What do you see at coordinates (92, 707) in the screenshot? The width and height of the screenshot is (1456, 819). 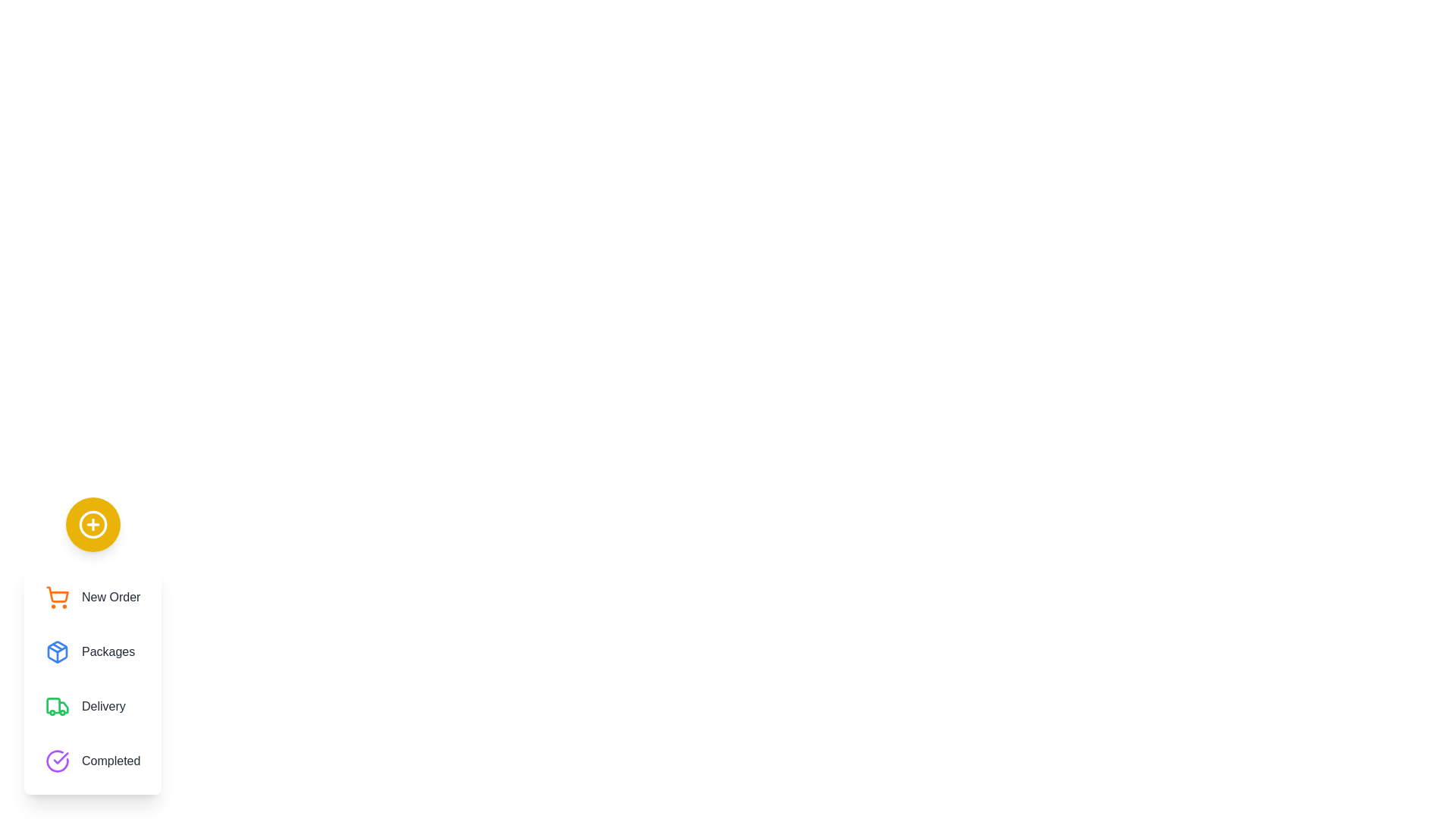 I see `the menu option Delivery from the speed dial menu` at bounding box center [92, 707].